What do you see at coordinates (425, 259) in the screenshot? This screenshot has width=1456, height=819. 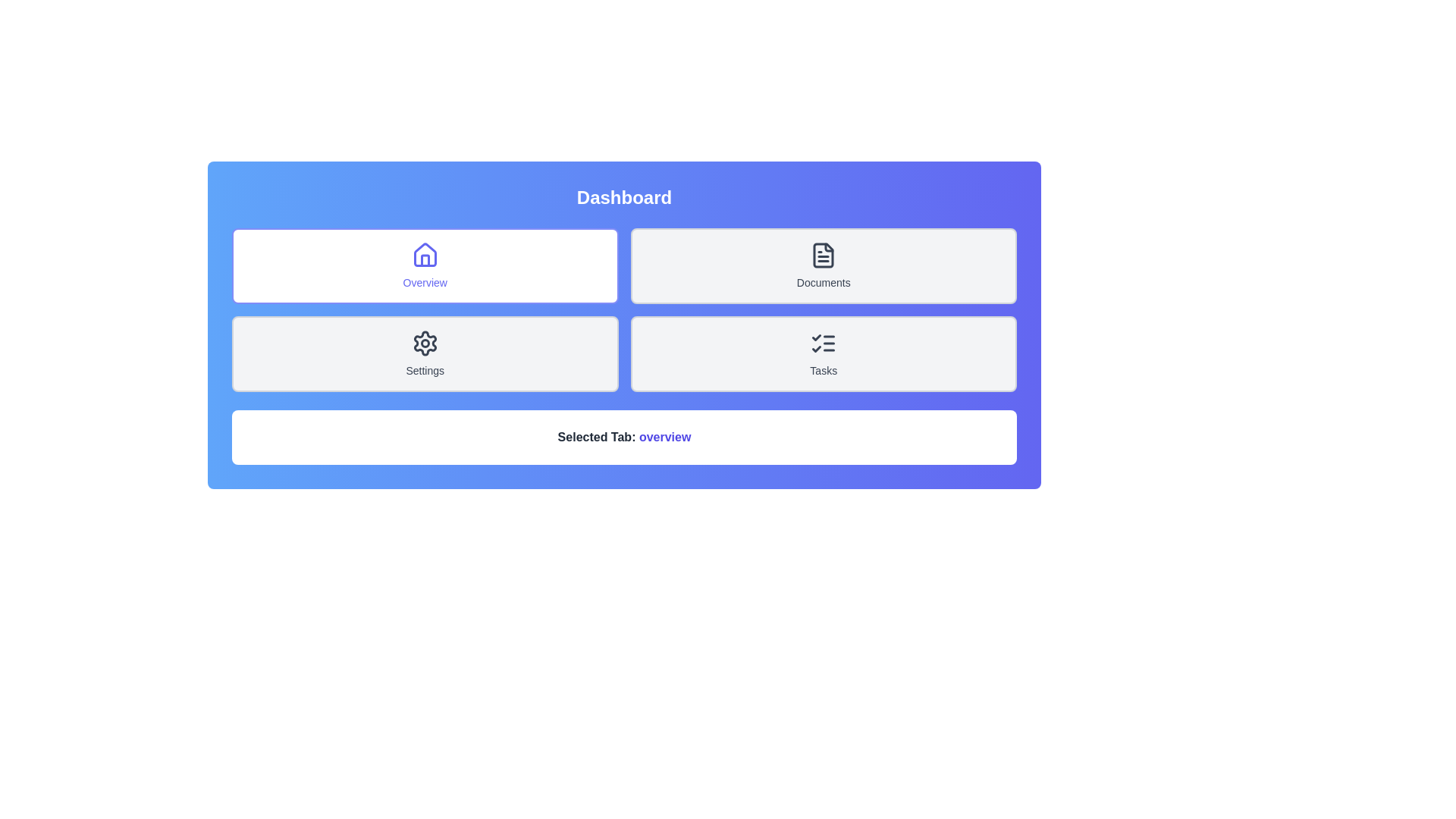 I see `the visual details of the house-shaped icon component located at the bottom part of the icon` at bounding box center [425, 259].